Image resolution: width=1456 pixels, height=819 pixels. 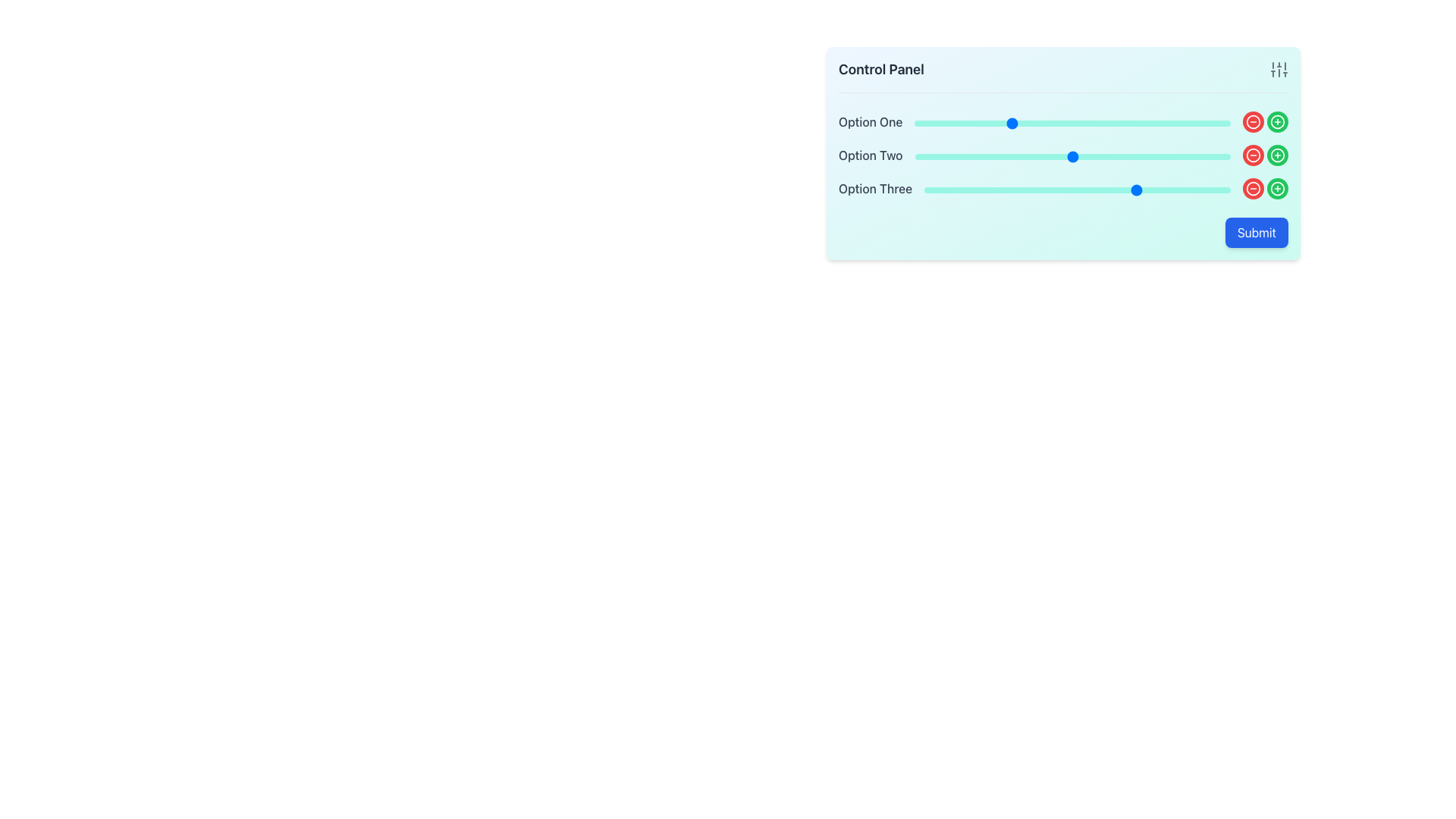 What do you see at coordinates (930, 122) in the screenshot?
I see `the slider` at bounding box center [930, 122].